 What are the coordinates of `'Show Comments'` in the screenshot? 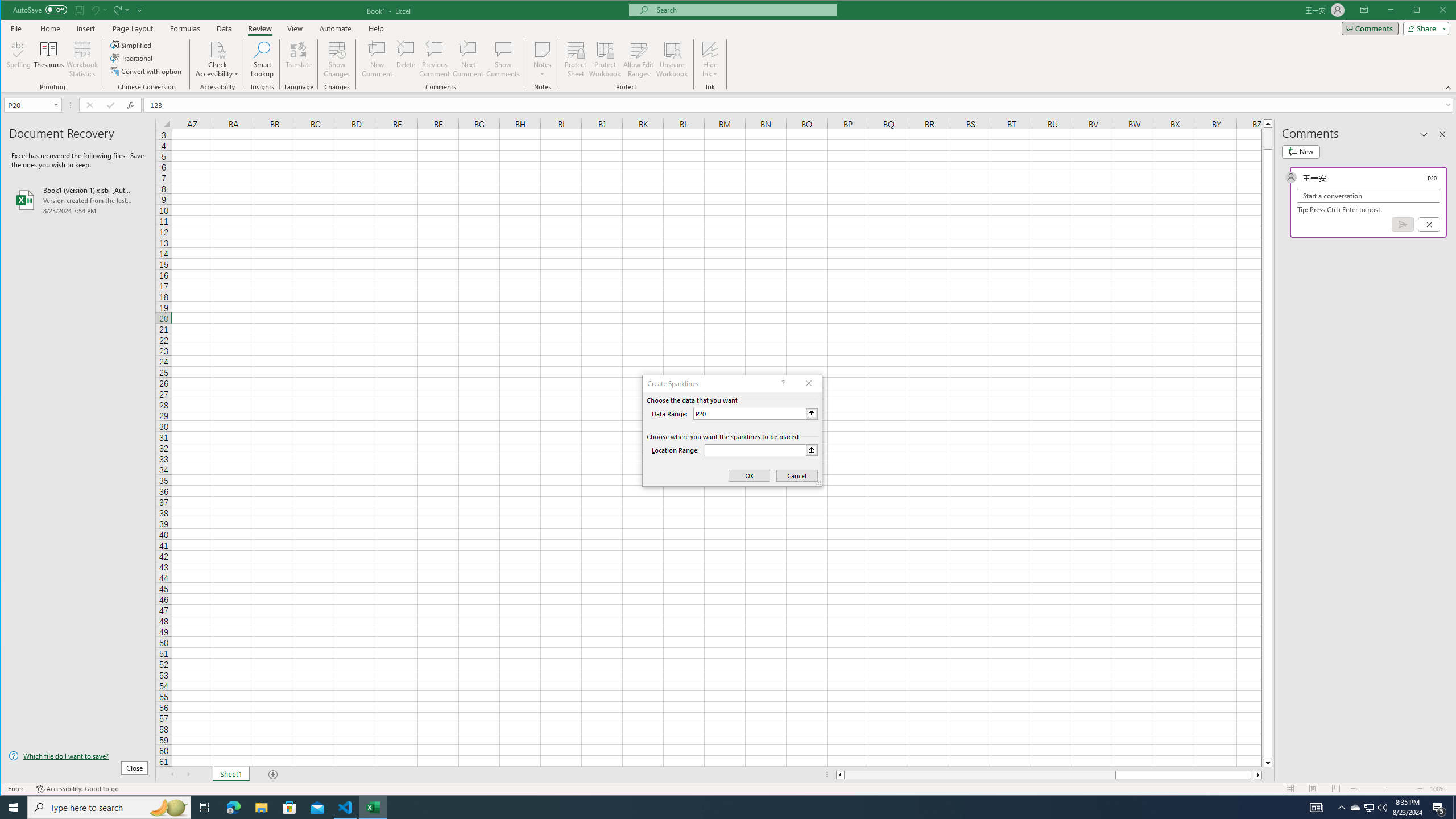 It's located at (503, 59).